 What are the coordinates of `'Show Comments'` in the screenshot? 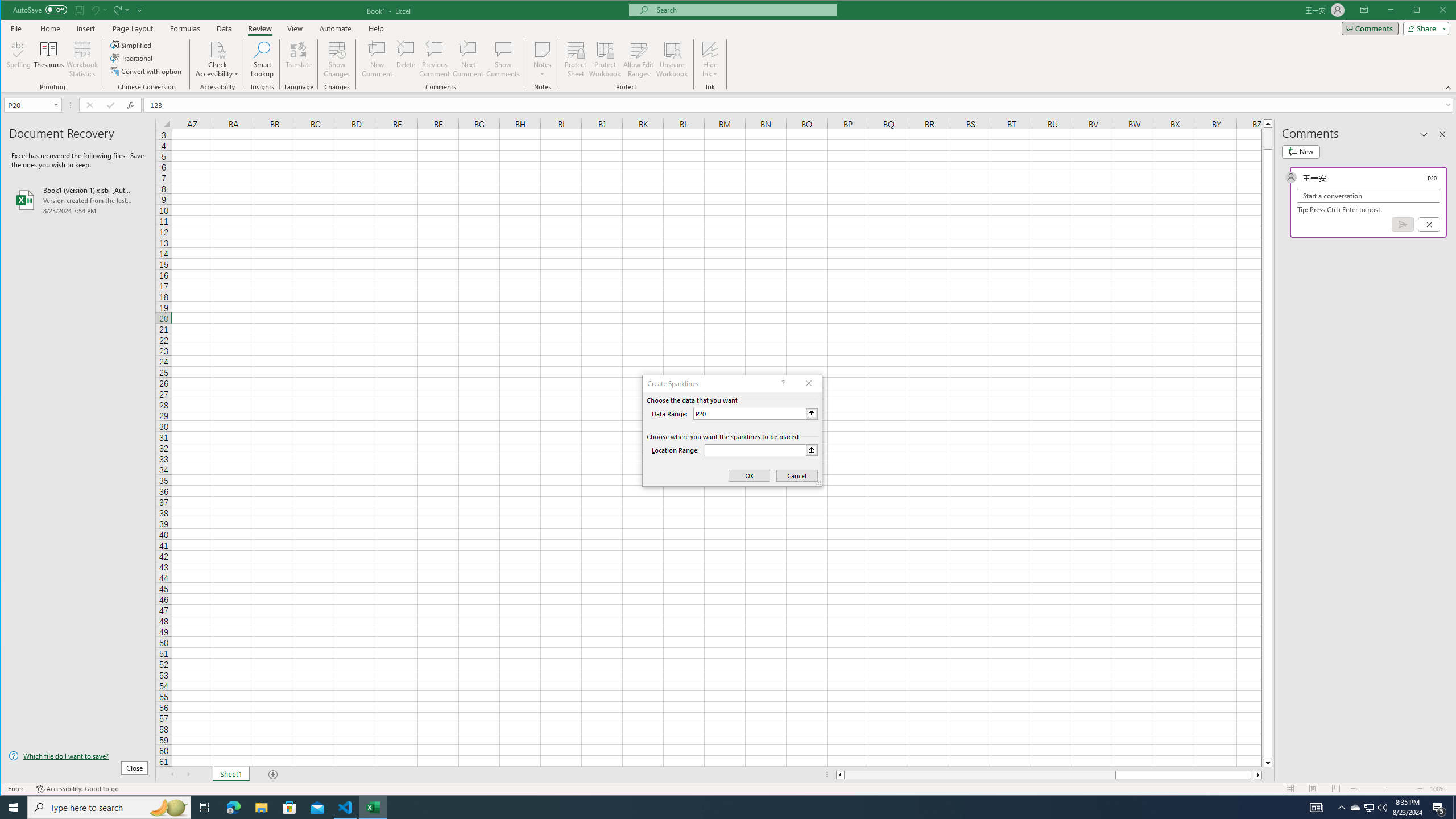 It's located at (503, 59).